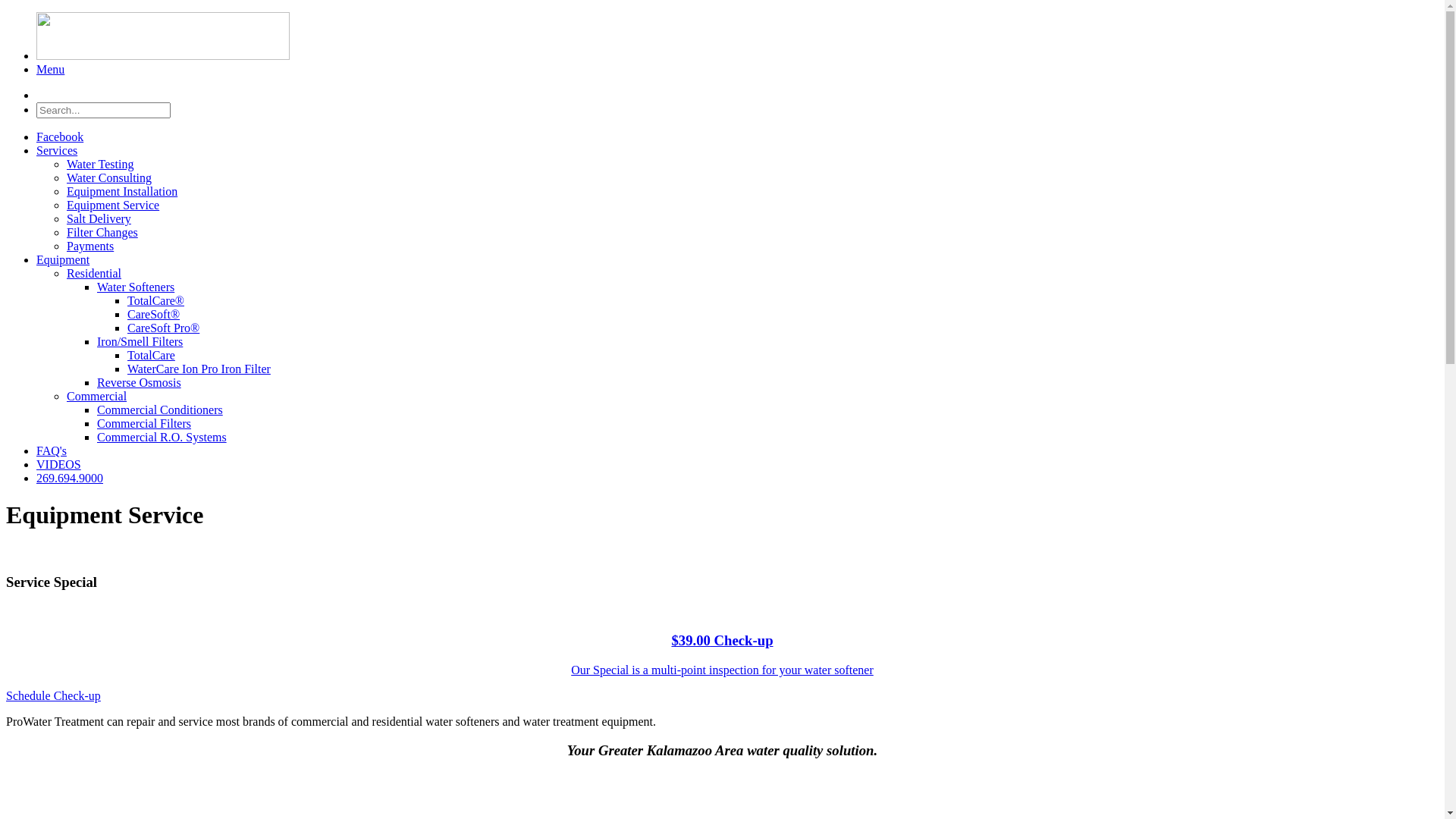 The width and height of the screenshot is (1456, 819). Describe the element at coordinates (50, 69) in the screenshot. I see `'Menu'` at that location.